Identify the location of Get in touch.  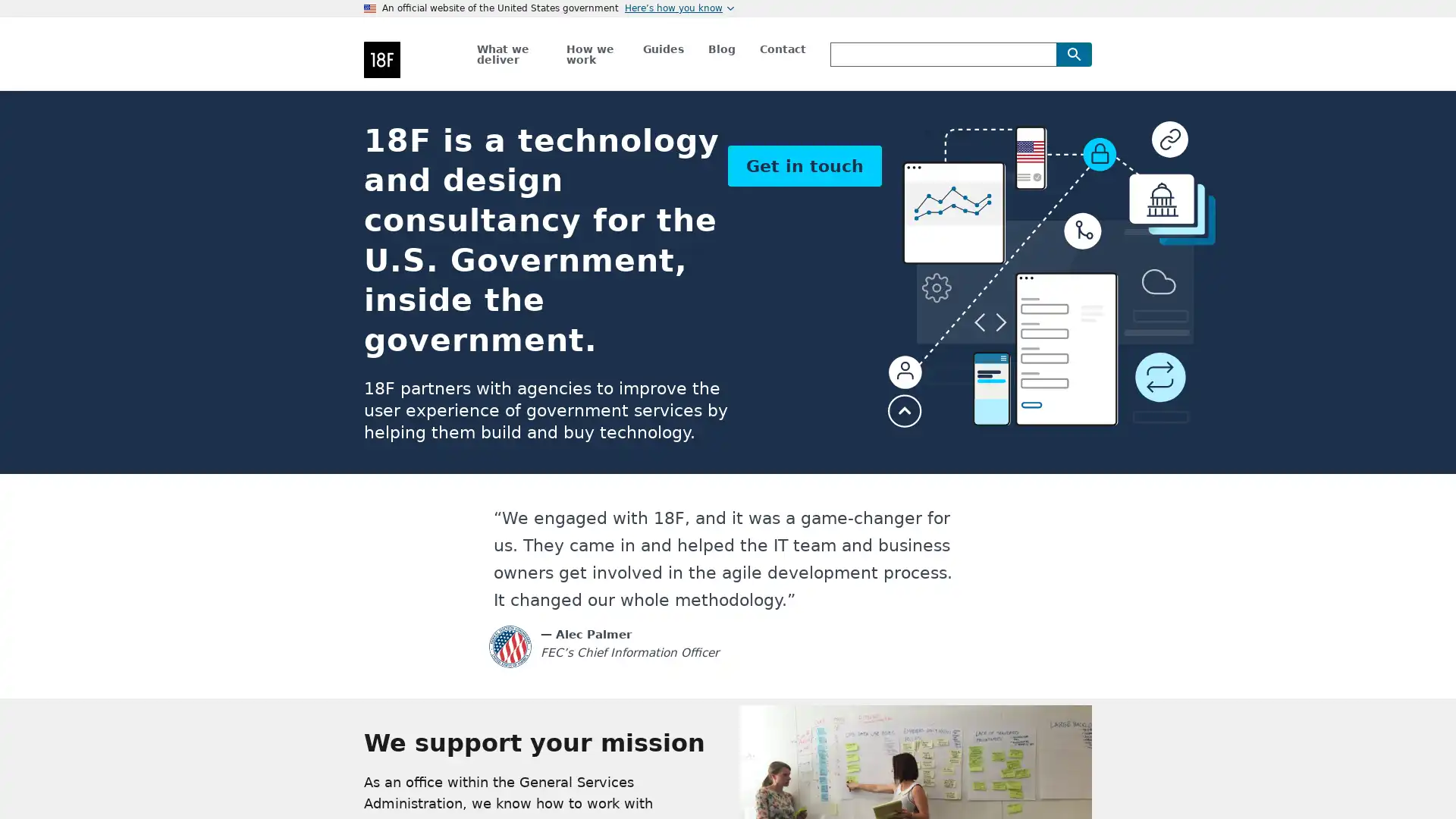
(804, 165).